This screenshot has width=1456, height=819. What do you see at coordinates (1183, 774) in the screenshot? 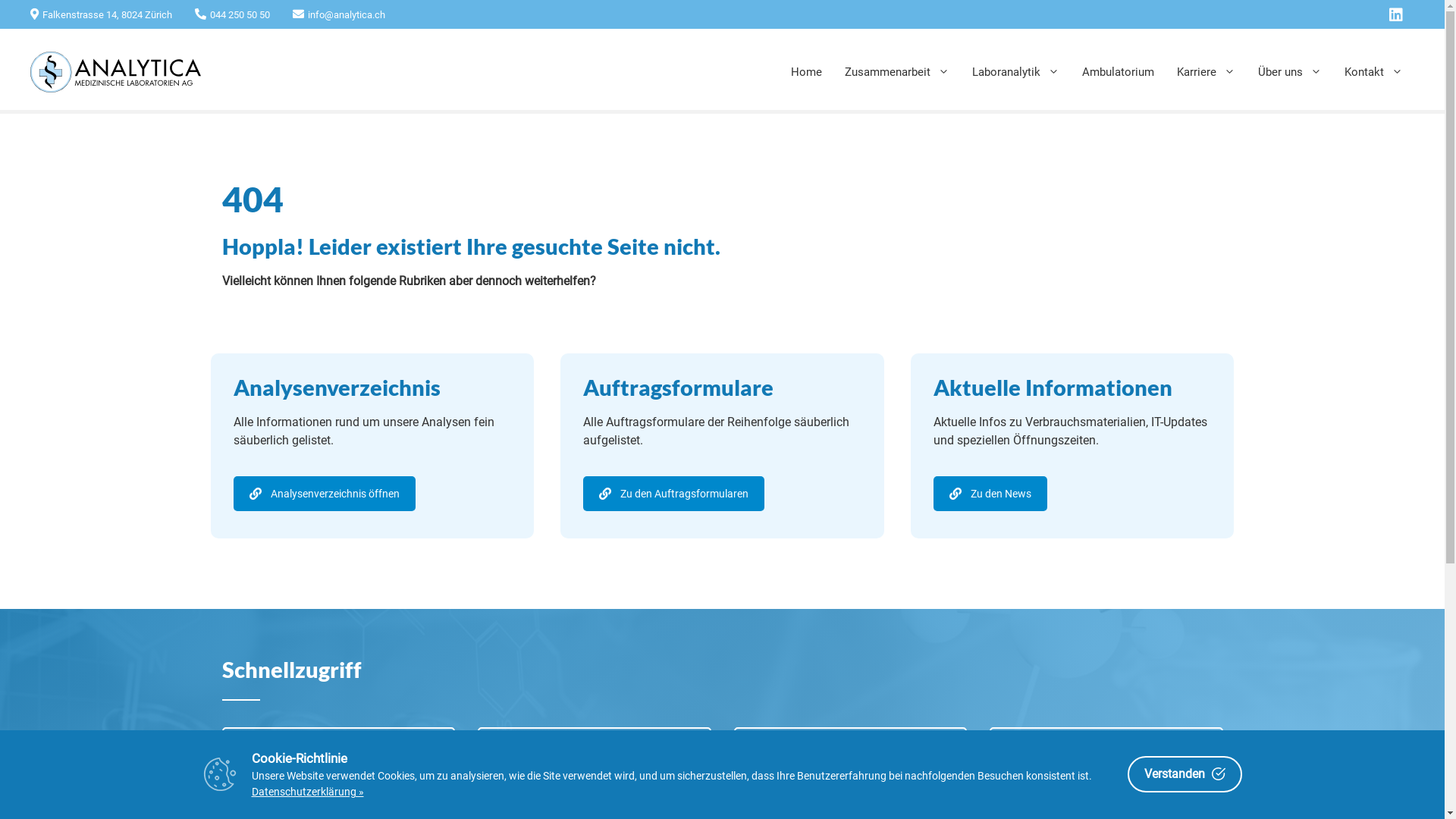
I see `'Verstanden'` at bounding box center [1183, 774].